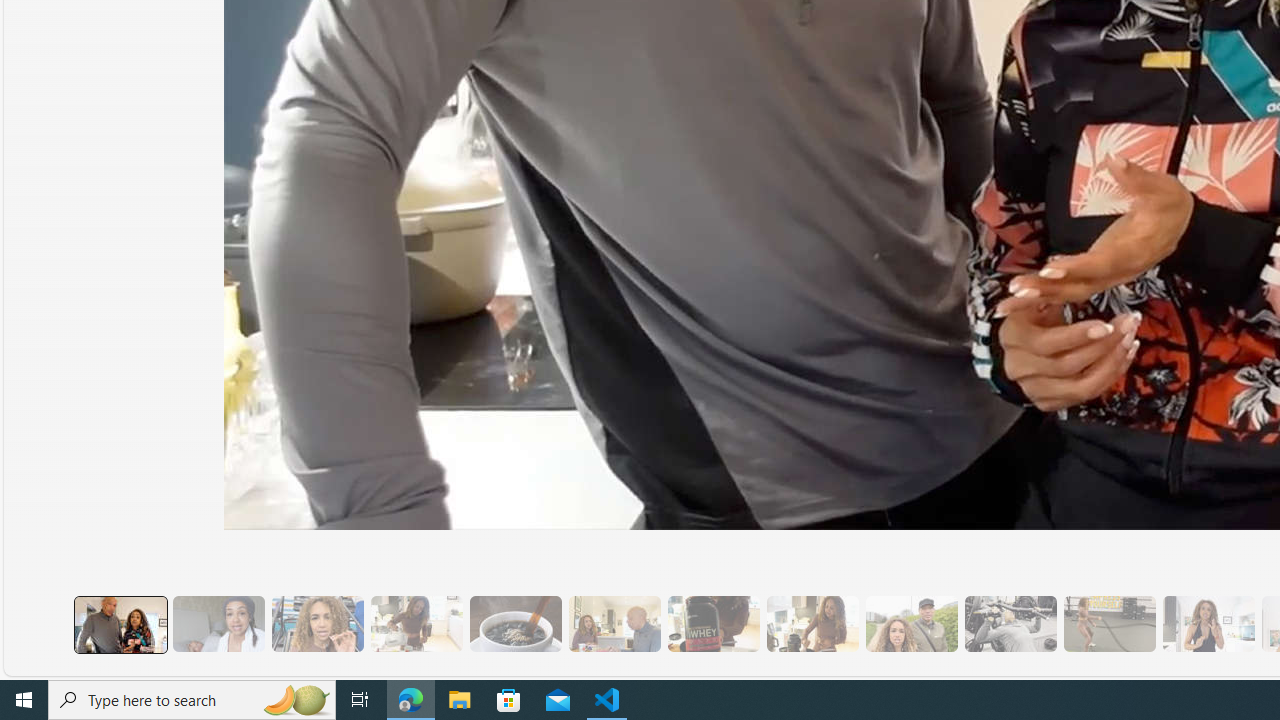 The width and height of the screenshot is (1280, 720). Describe the element at coordinates (1010, 623) in the screenshot. I see `'9 They Do Bench Exercises'` at that location.